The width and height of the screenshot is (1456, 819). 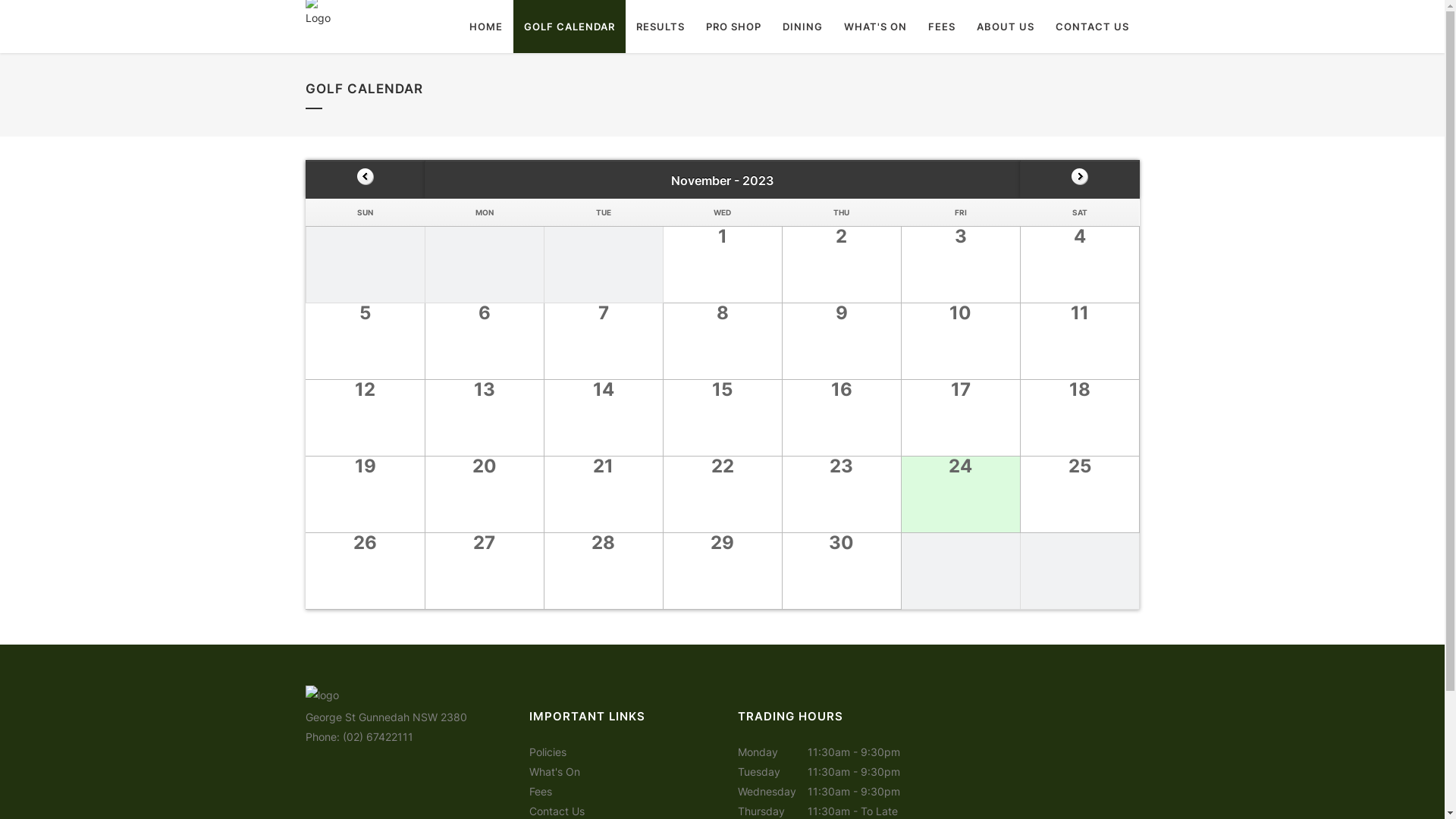 What do you see at coordinates (554, 771) in the screenshot?
I see `'What's On'` at bounding box center [554, 771].